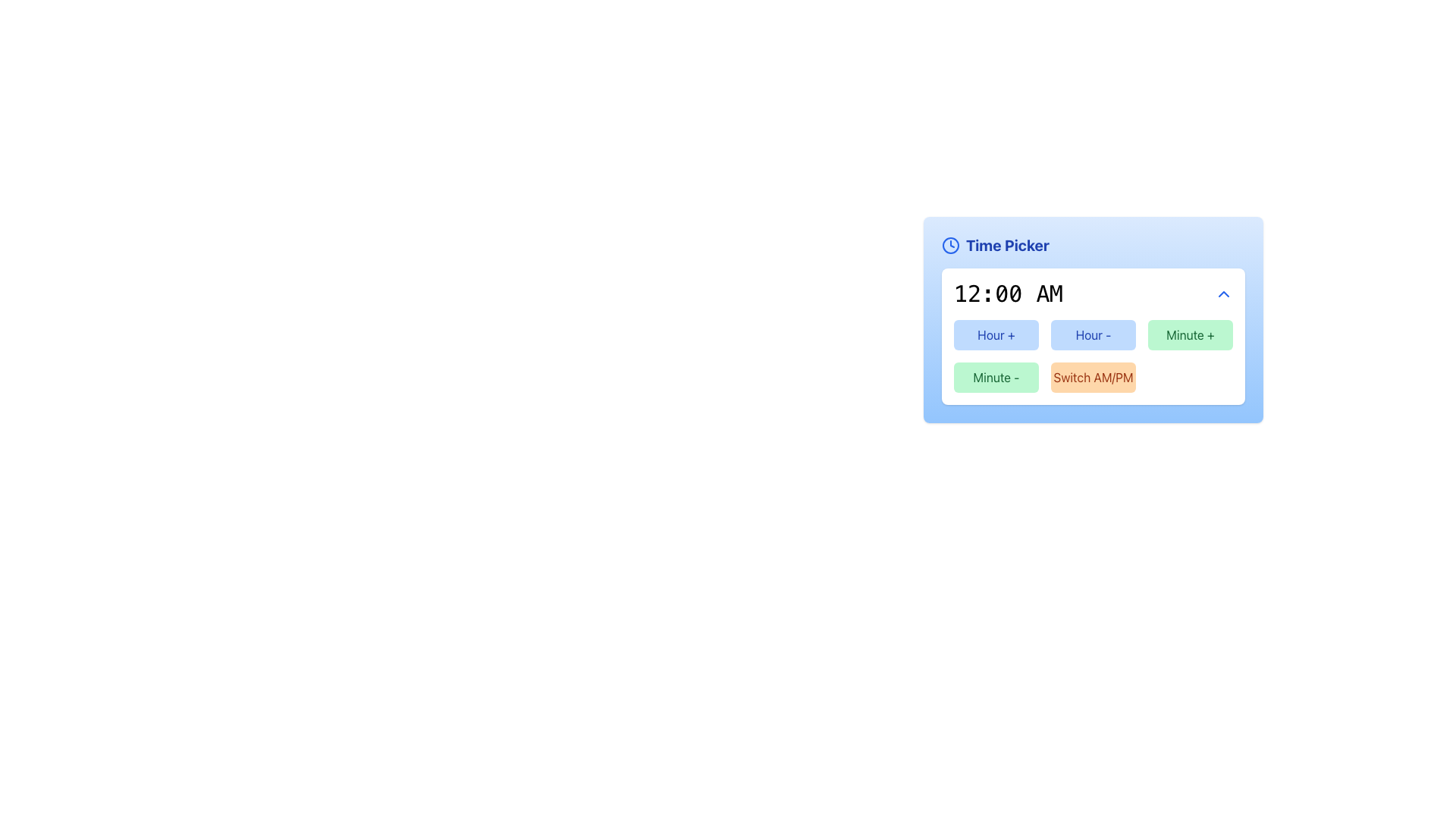  What do you see at coordinates (1007, 245) in the screenshot?
I see `the 'Time Picker' label, which is a bold blue text in the title section of the time selection widget` at bounding box center [1007, 245].